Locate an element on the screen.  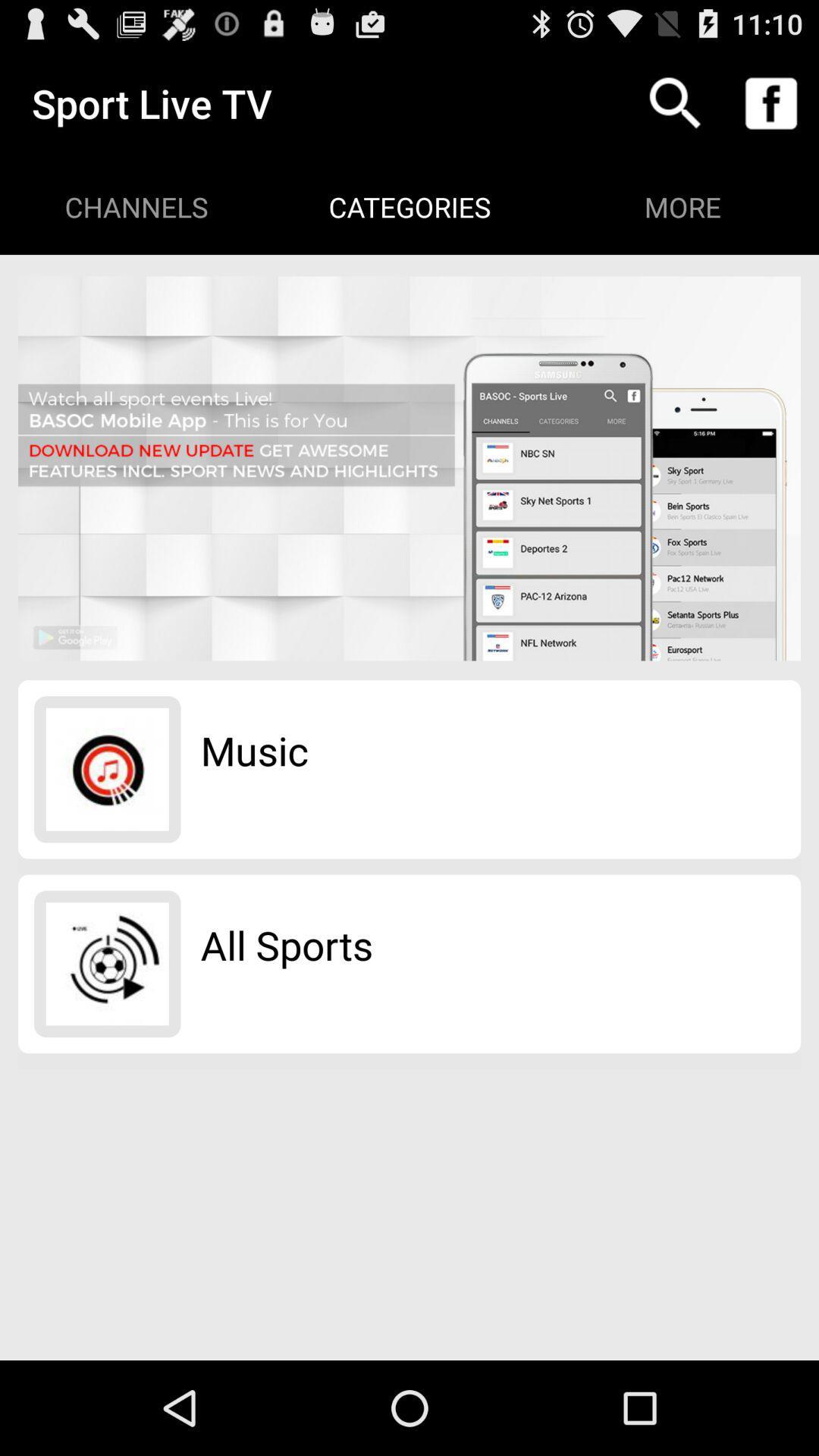
the icon below channels is located at coordinates (409, 468).